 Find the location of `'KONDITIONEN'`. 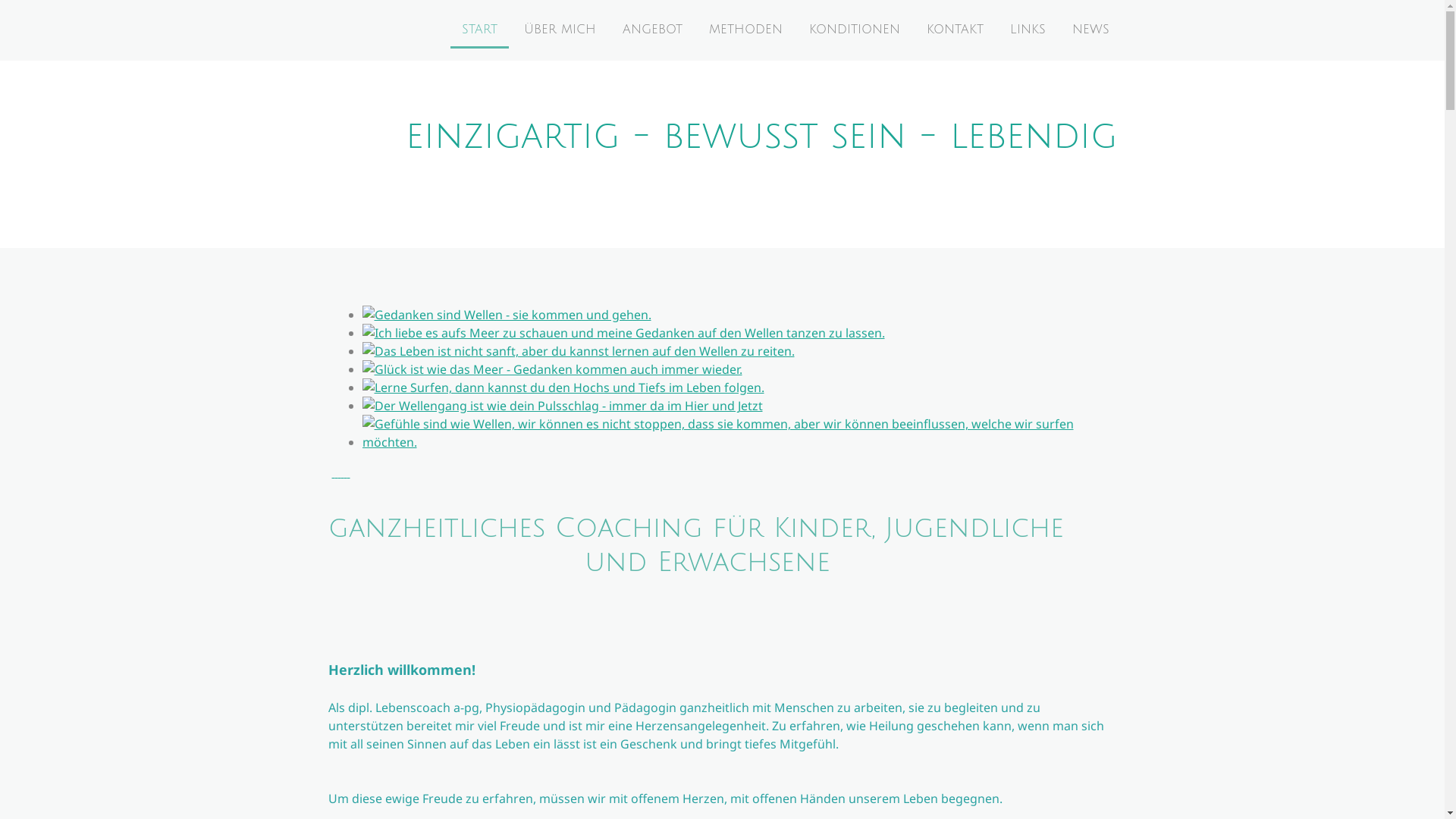

'KONDITIONEN' is located at coordinates (796, 30).